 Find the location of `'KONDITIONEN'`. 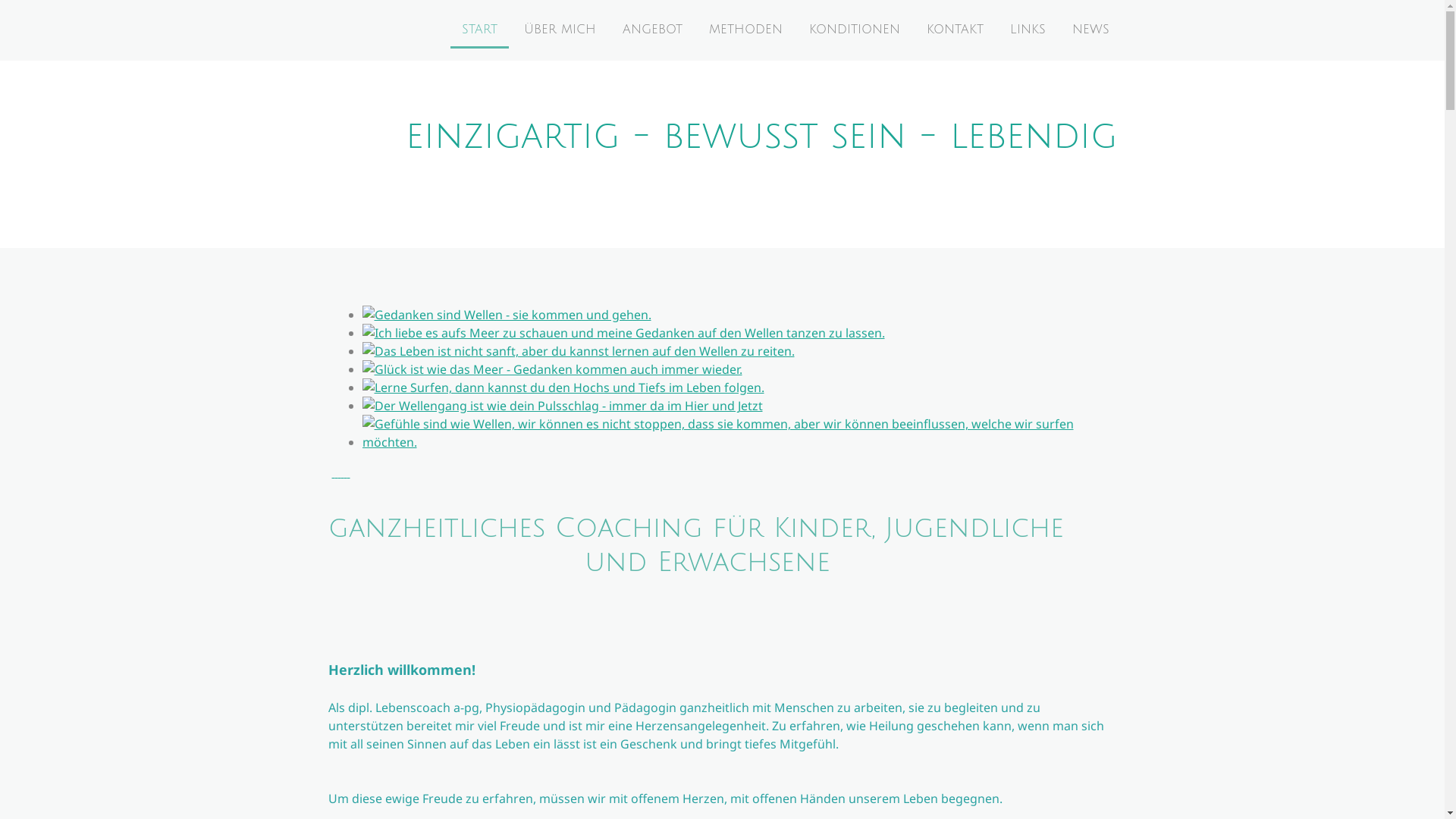

'KONDITIONEN' is located at coordinates (796, 30).